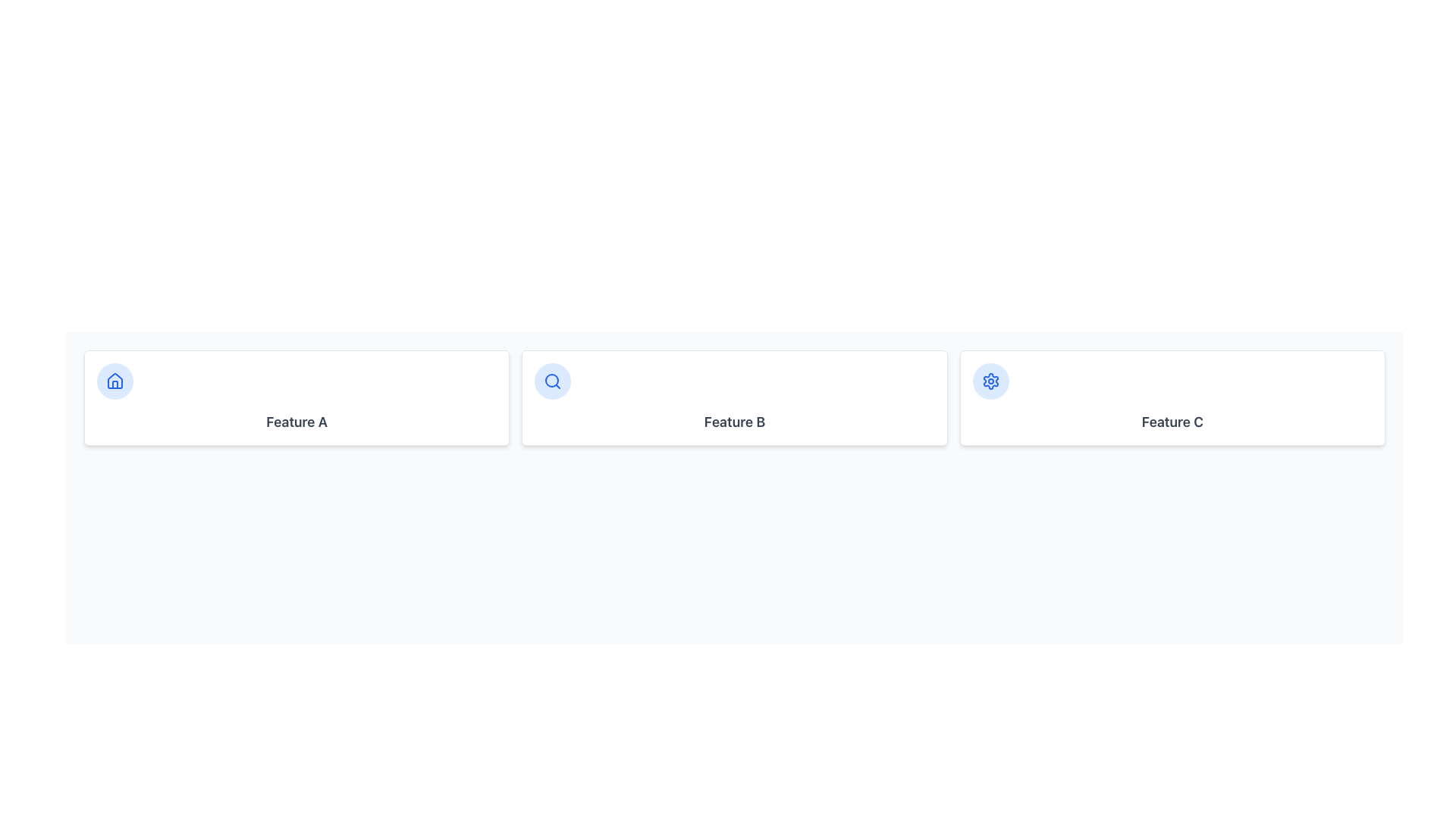  Describe the element at coordinates (297, 422) in the screenshot. I see `the text label that reads 'Feature A', which is styled in bold dark gray font and located at the lower section of the leftmost card in a row of three cards` at that location.